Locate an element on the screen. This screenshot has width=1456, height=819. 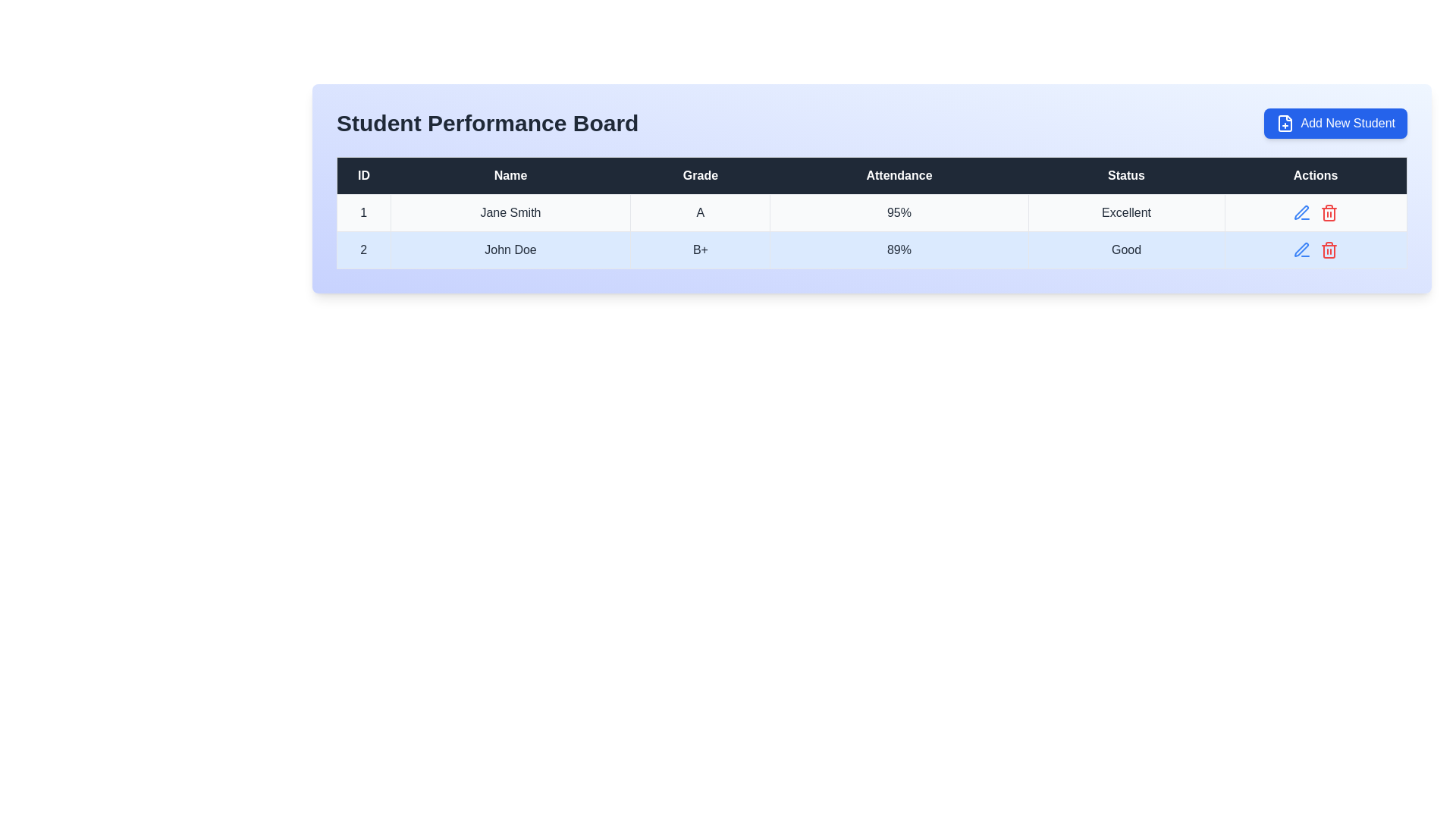
the second row in the performance board table displaying the details for 'John Doe', which includes the number '2', grade 'B+', attendance '89%', and status 'Good' is located at coordinates (872, 249).